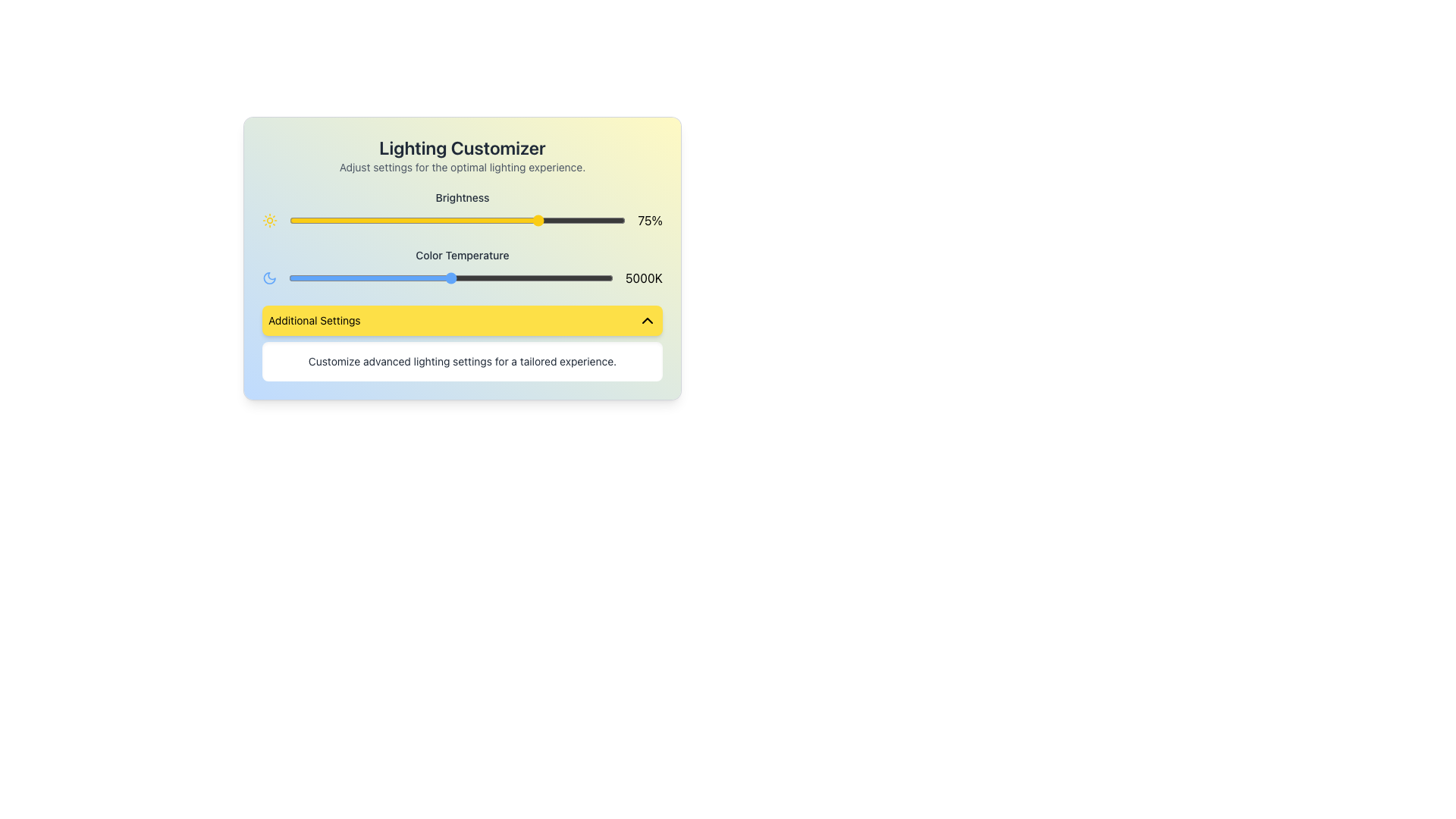  What do you see at coordinates (504, 220) in the screenshot?
I see `the brightness level` at bounding box center [504, 220].